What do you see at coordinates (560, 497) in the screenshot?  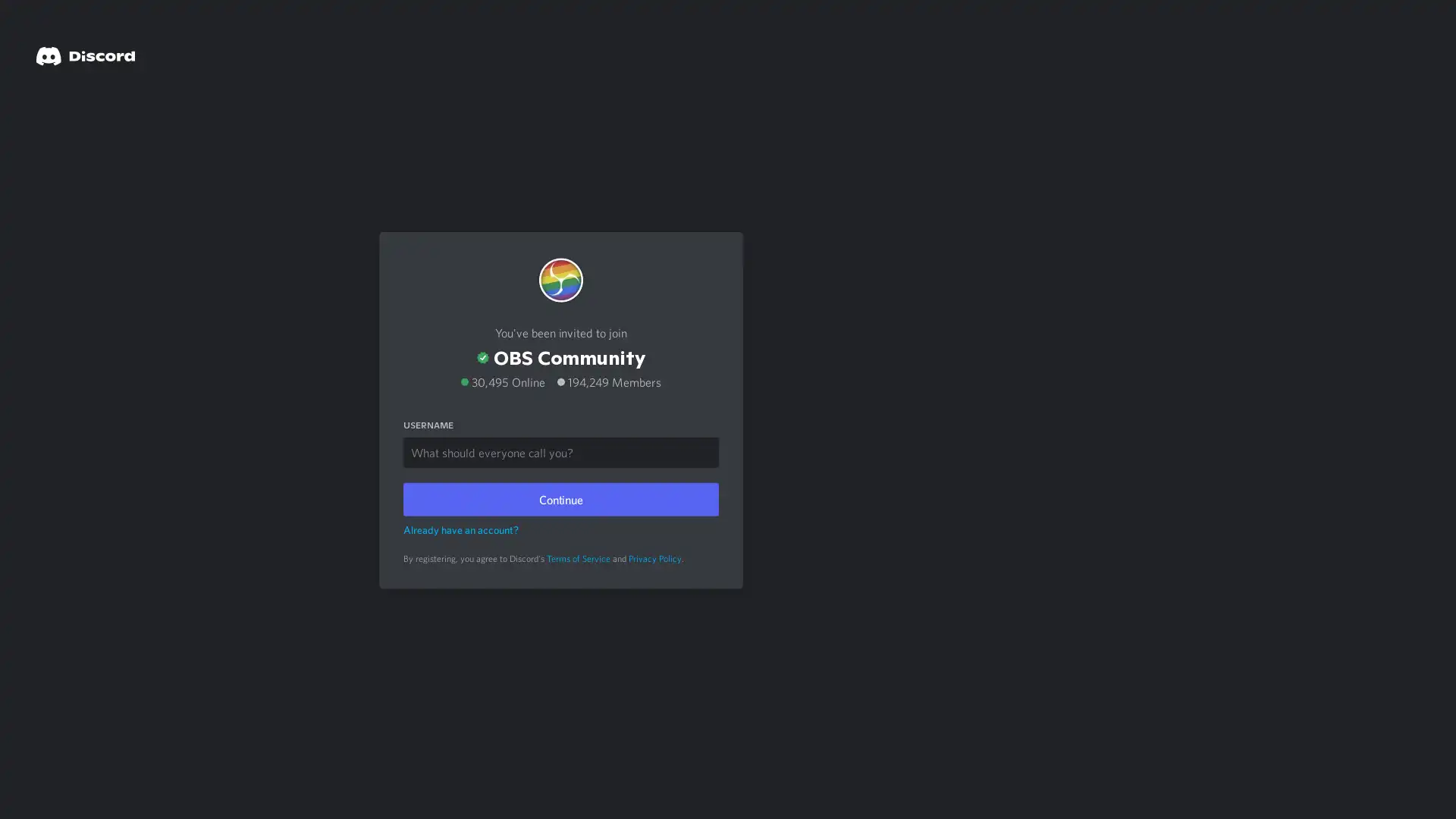 I see `Continue` at bounding box center [560, 497].